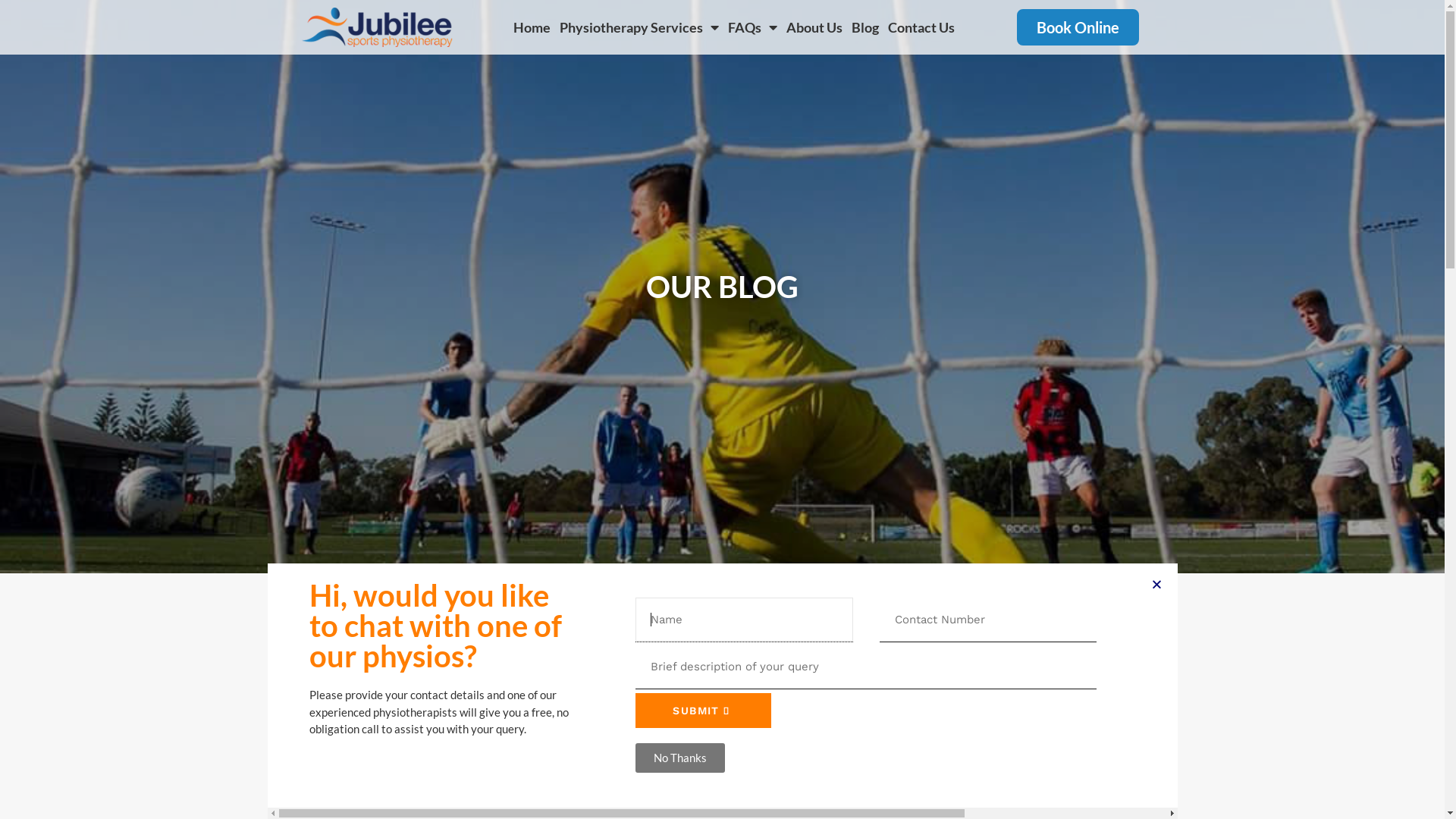 This screenshot has height=819, width=1456. I want to click on 'Home', so click(532, 27).